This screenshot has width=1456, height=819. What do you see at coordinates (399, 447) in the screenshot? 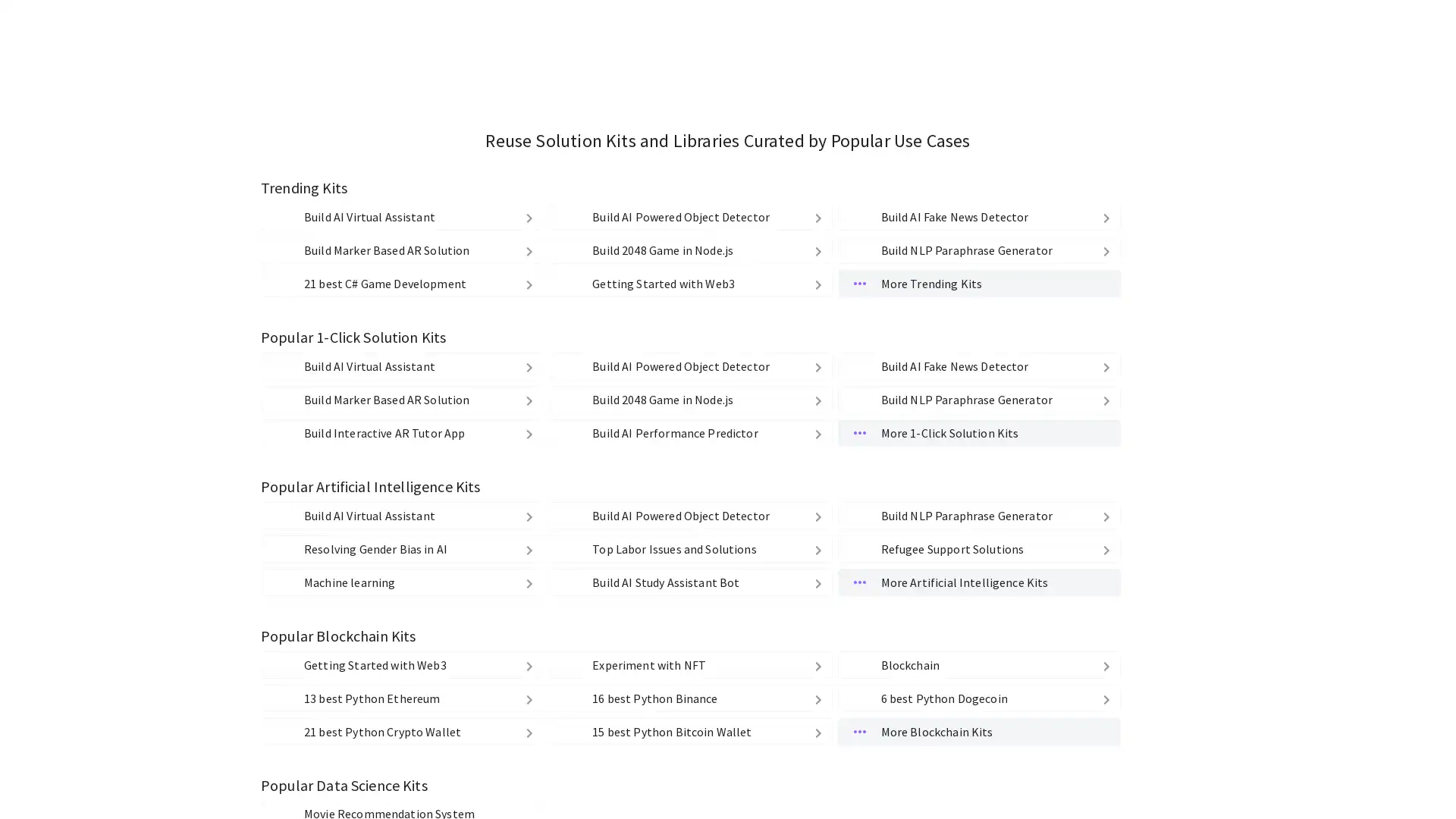
I see `Weak Copyleft` at bounding box center [399, 447].